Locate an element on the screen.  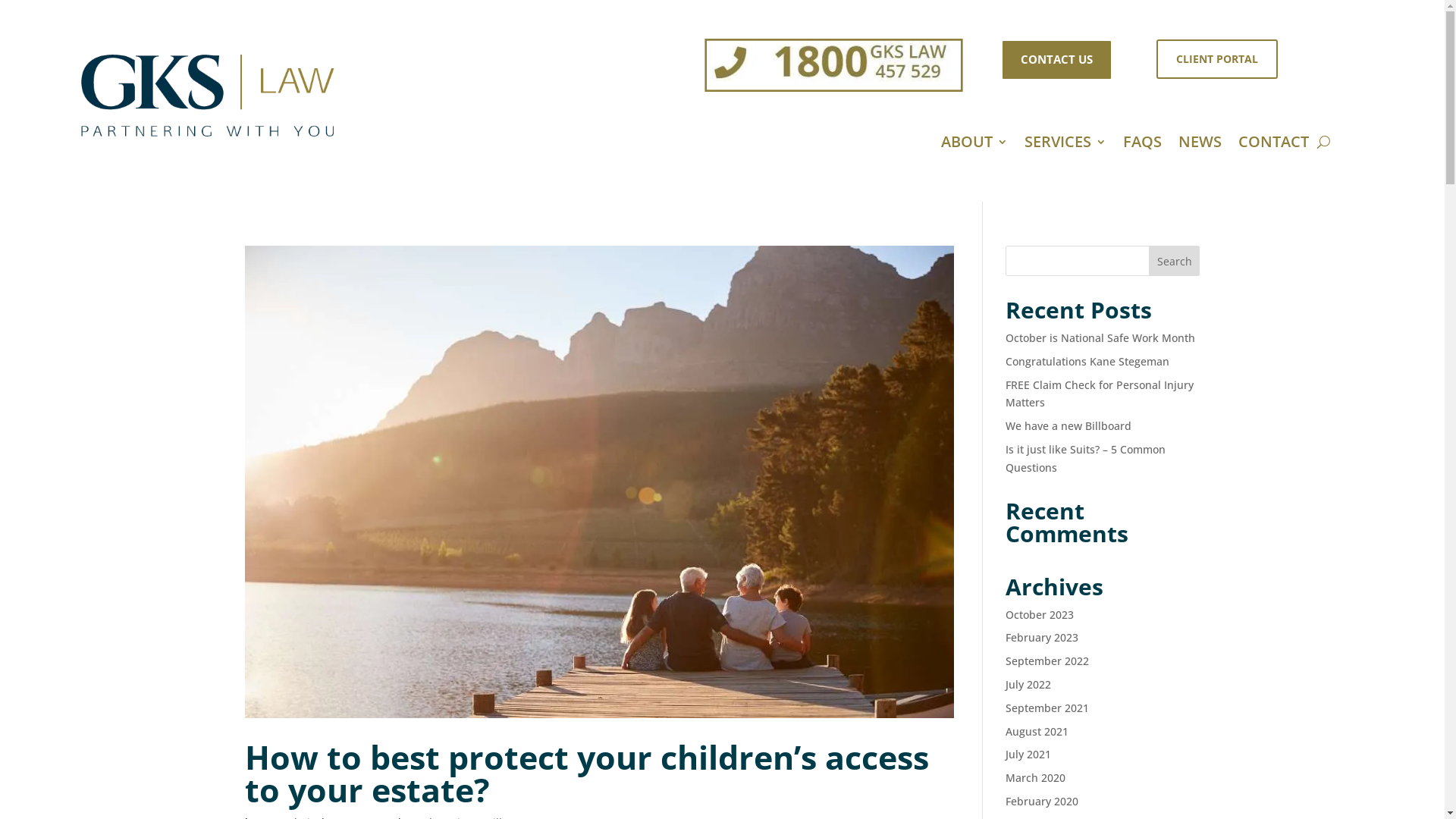
'August 2021' is located at coordinates (1036, 730).